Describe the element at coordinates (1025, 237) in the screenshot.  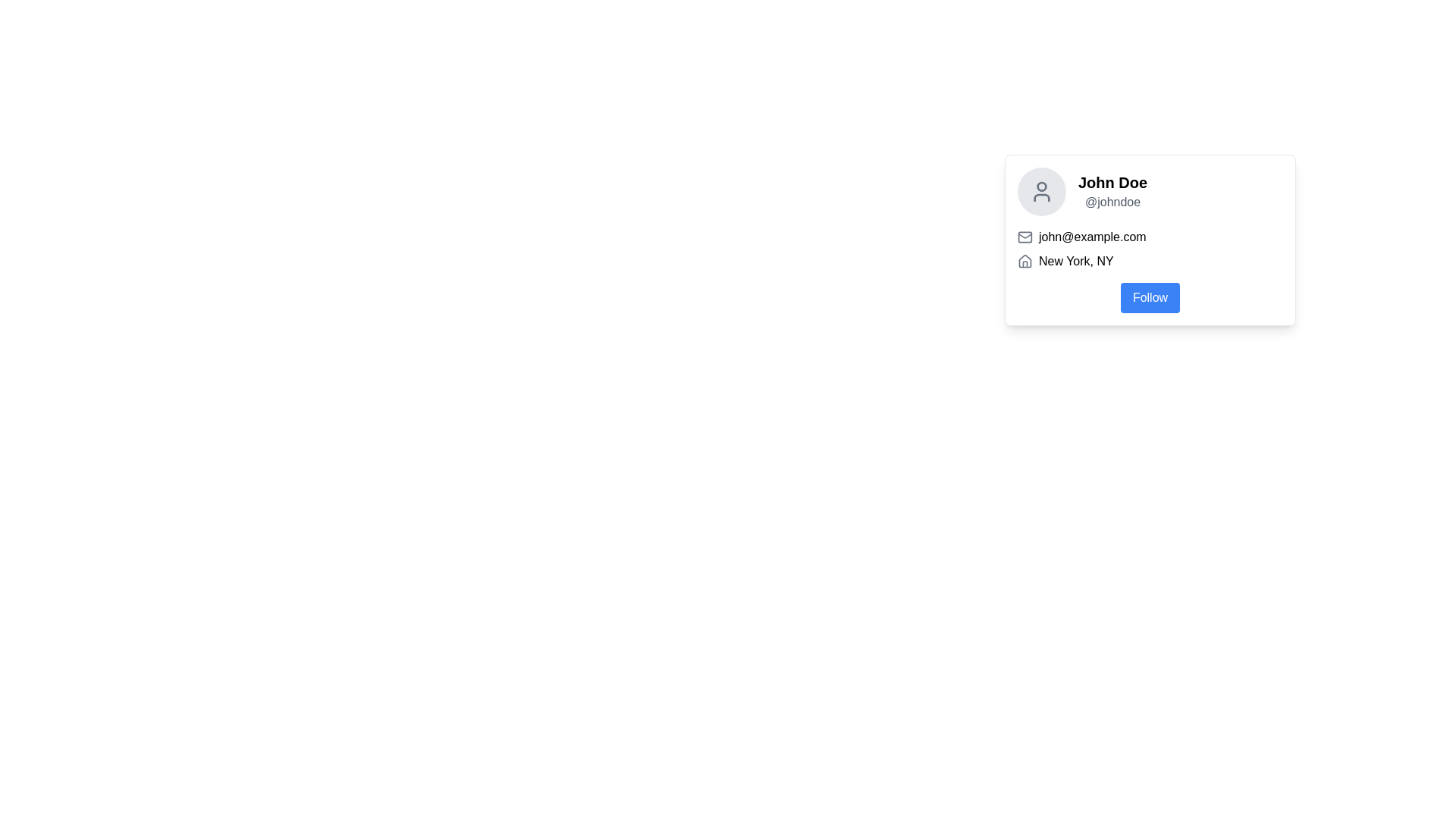
I see `the rectangular envelope icon component, which is styled with a light gray fill and rounded corners, for interactions` at that location.